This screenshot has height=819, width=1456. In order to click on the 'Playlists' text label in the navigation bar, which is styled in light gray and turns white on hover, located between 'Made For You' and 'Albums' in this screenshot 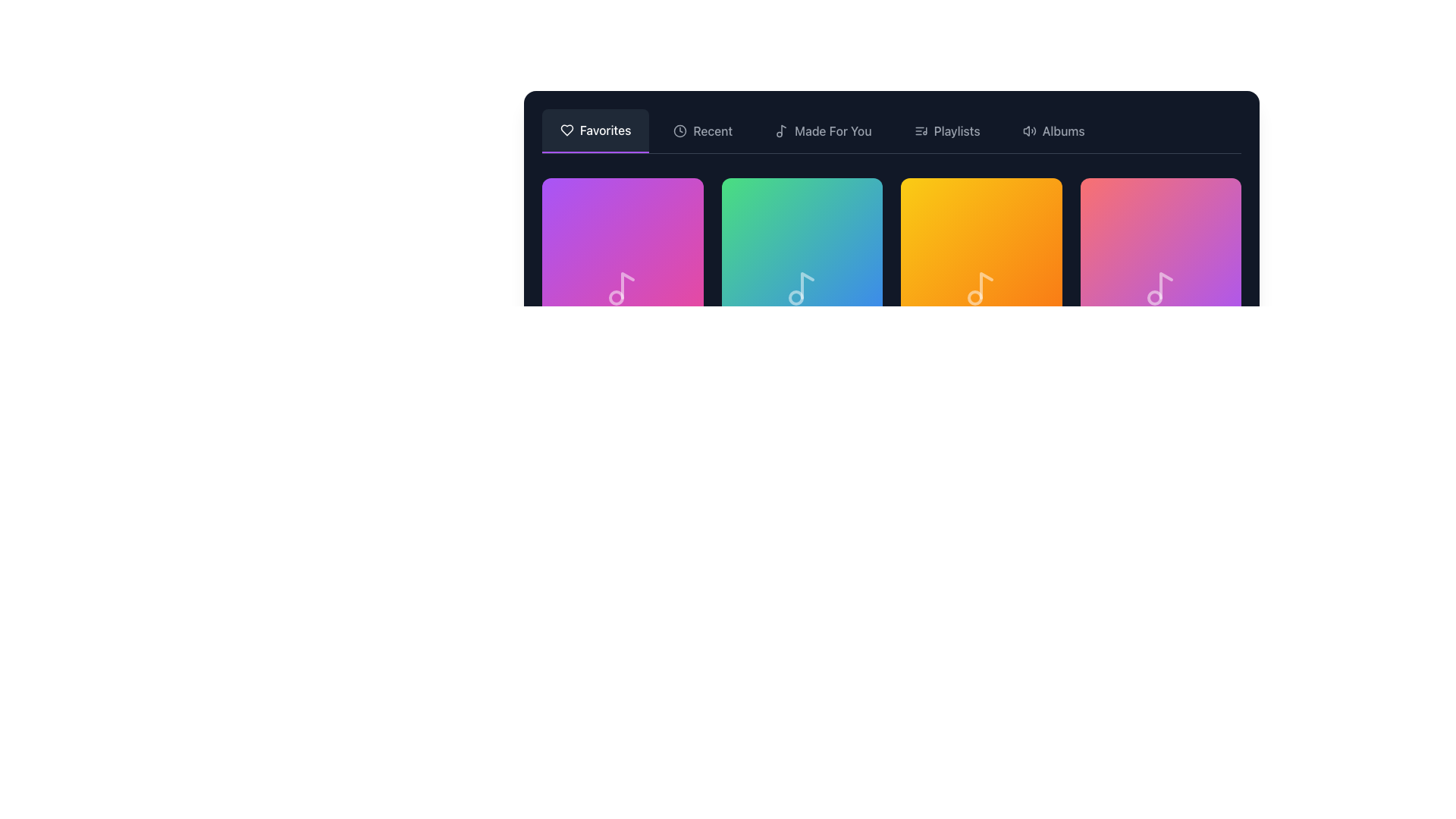, I will do `click(956, 130)`.